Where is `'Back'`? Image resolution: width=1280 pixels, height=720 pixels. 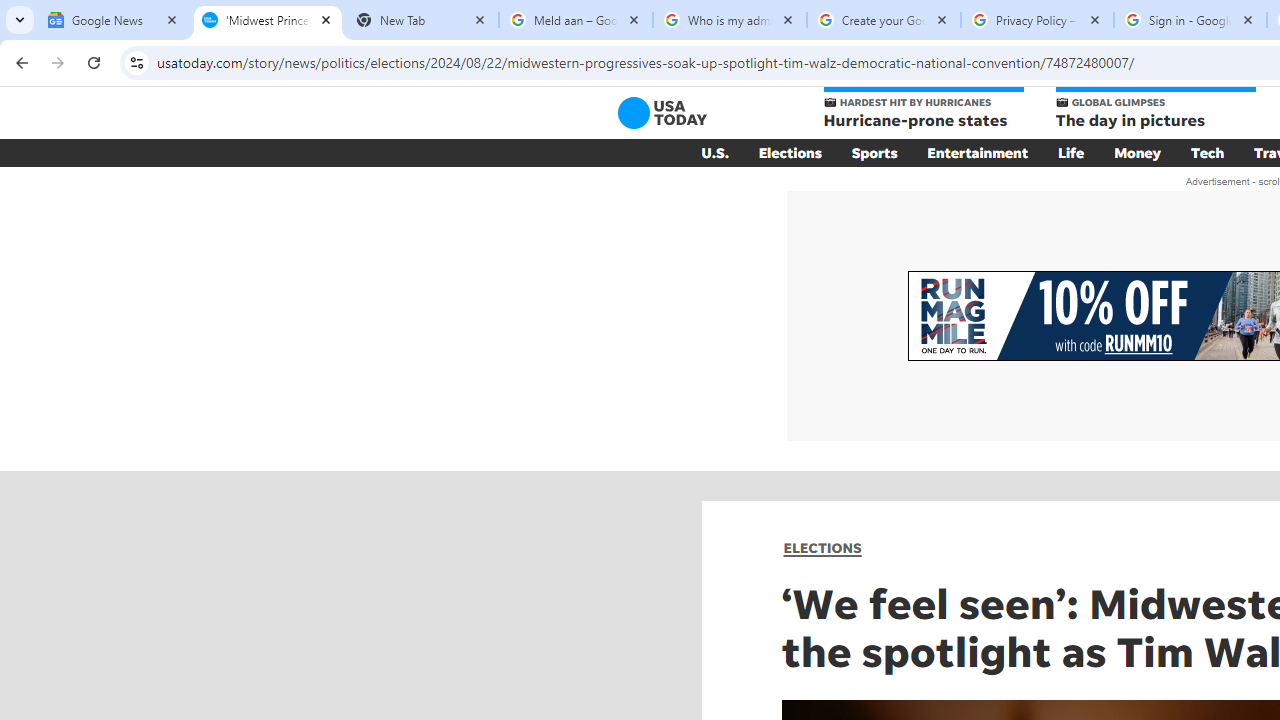 'Back' is located at coordinates (19, 61).